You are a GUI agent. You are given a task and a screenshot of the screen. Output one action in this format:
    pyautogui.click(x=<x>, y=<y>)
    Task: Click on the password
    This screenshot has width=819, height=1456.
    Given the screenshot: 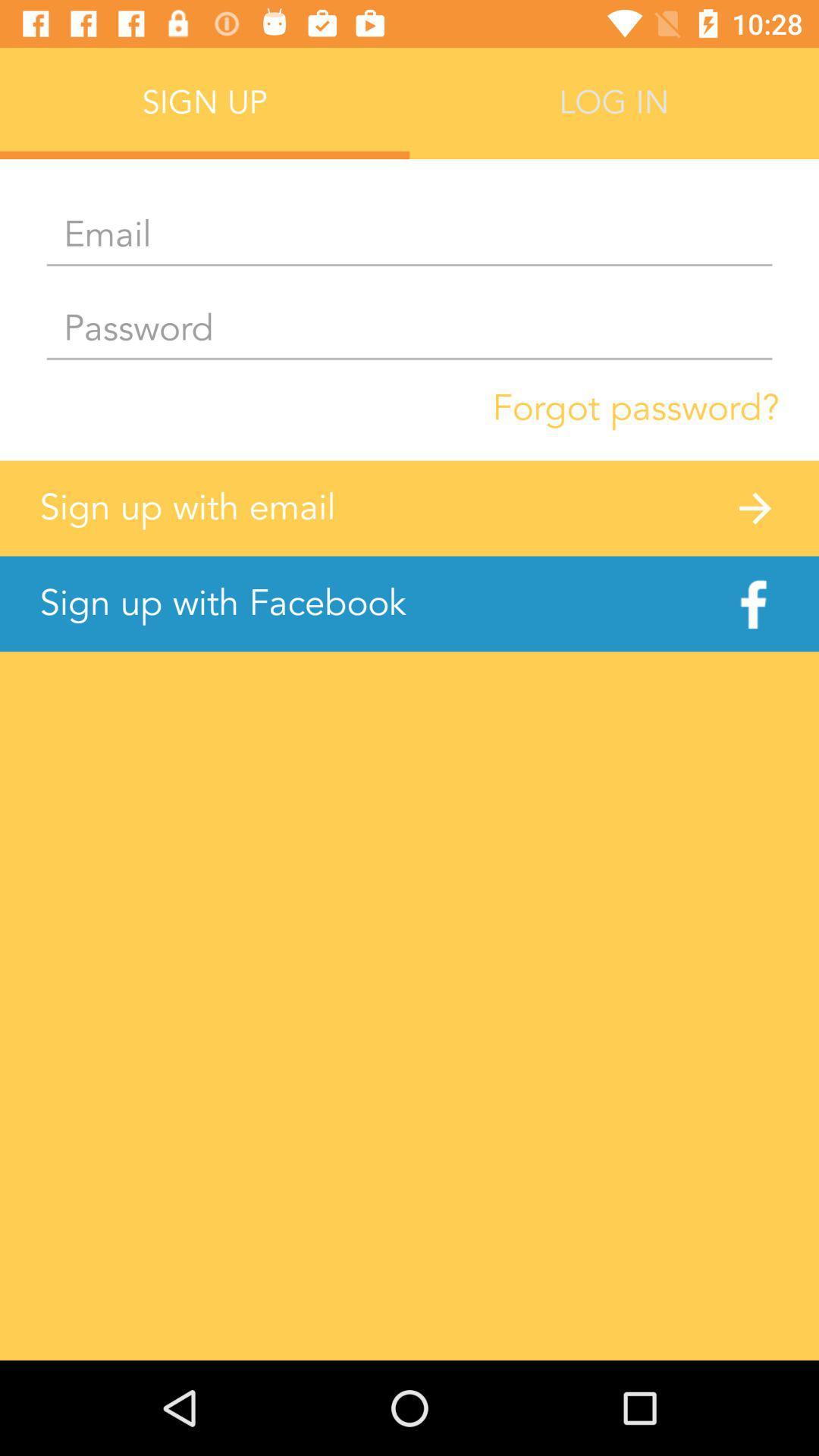 What is the action you would take?
    pyautogui.click(x=409, y=329)
    